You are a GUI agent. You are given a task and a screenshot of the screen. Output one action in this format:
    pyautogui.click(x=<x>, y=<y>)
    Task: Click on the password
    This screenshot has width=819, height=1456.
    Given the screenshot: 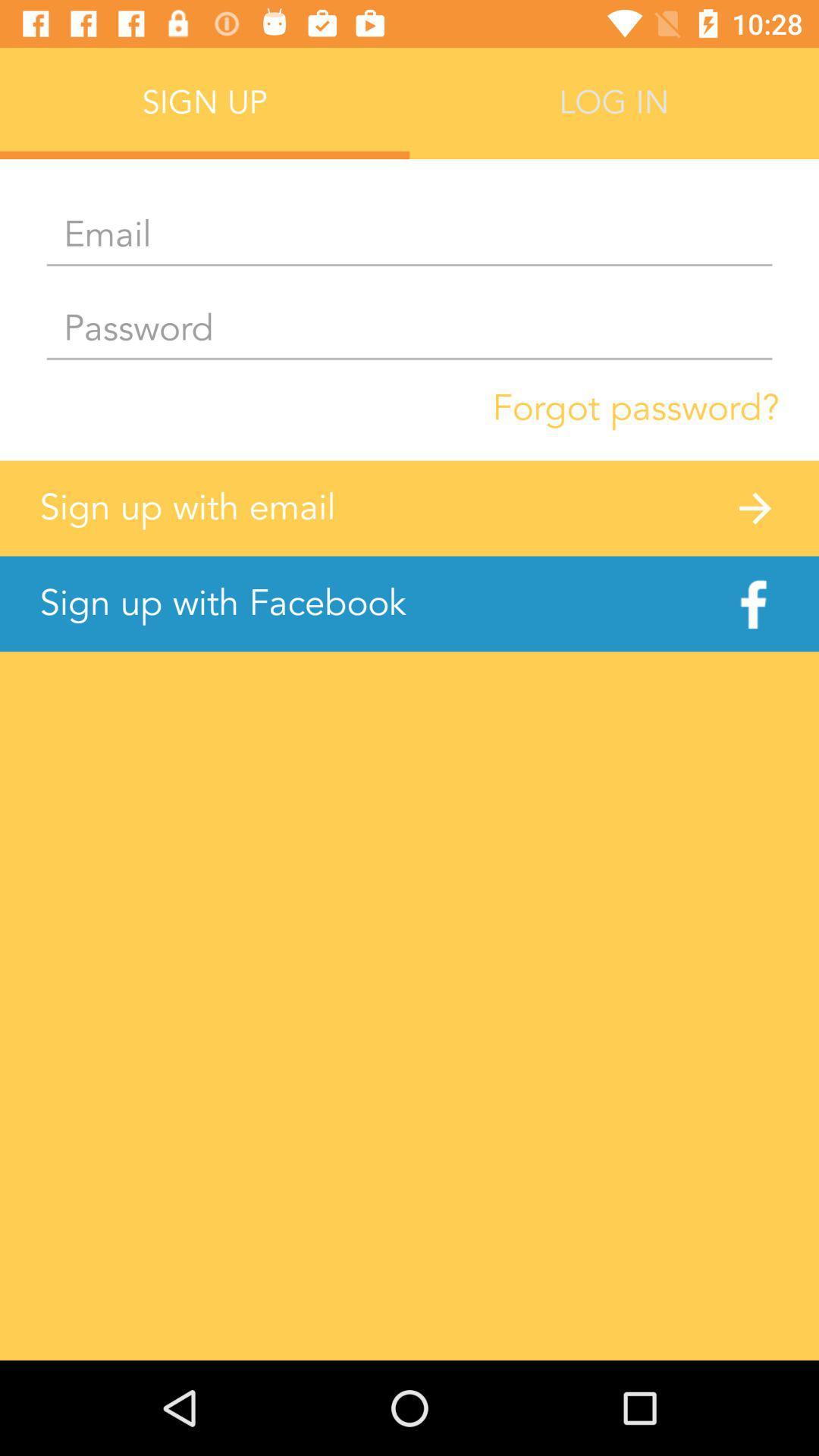 What is the action you would take?
    pyautogui.click(x=409, y=329)
    